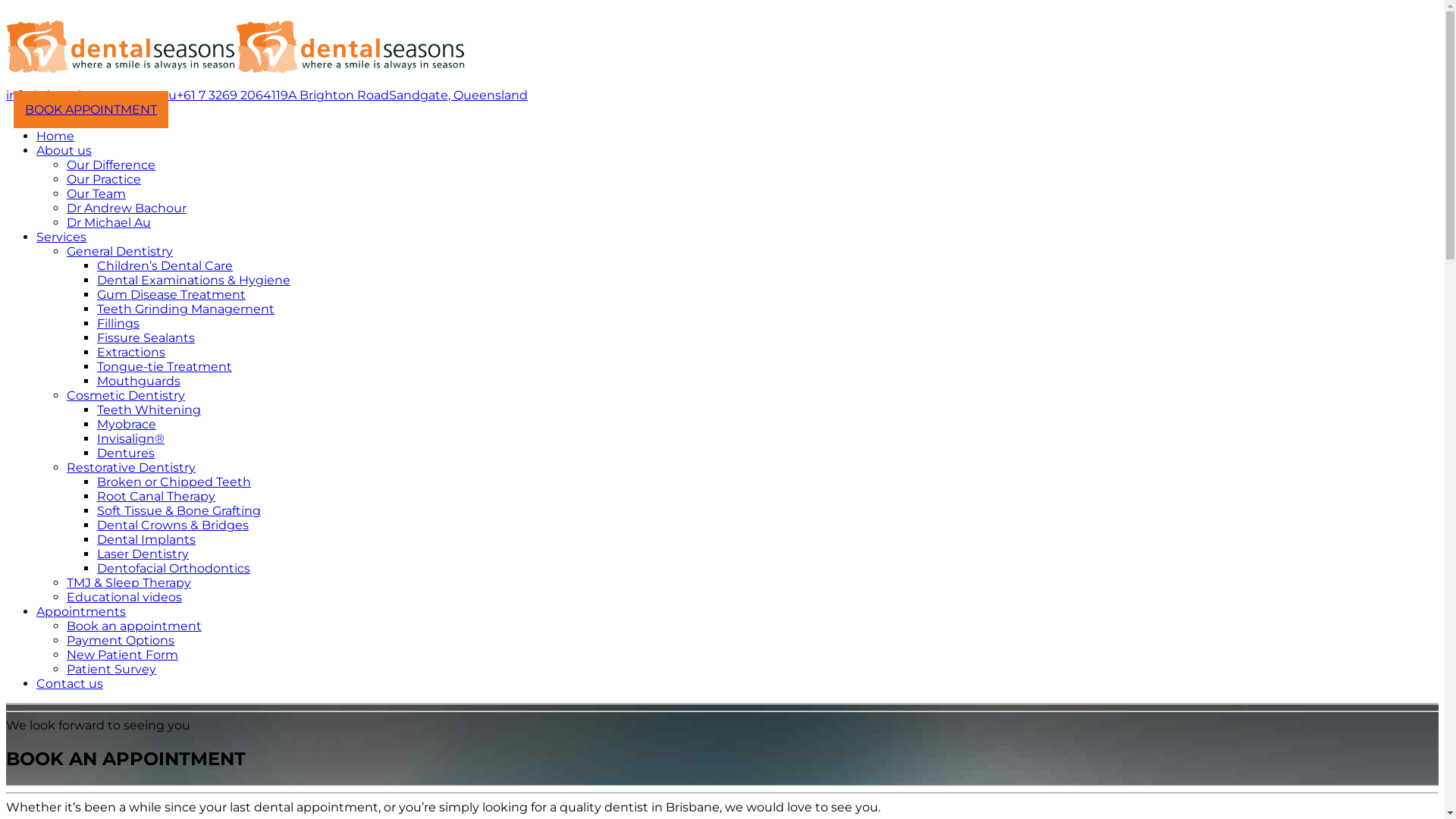  Describe the element at coordinates (124, 596) in the screenshot. I see `'Educational videos'` at that location.